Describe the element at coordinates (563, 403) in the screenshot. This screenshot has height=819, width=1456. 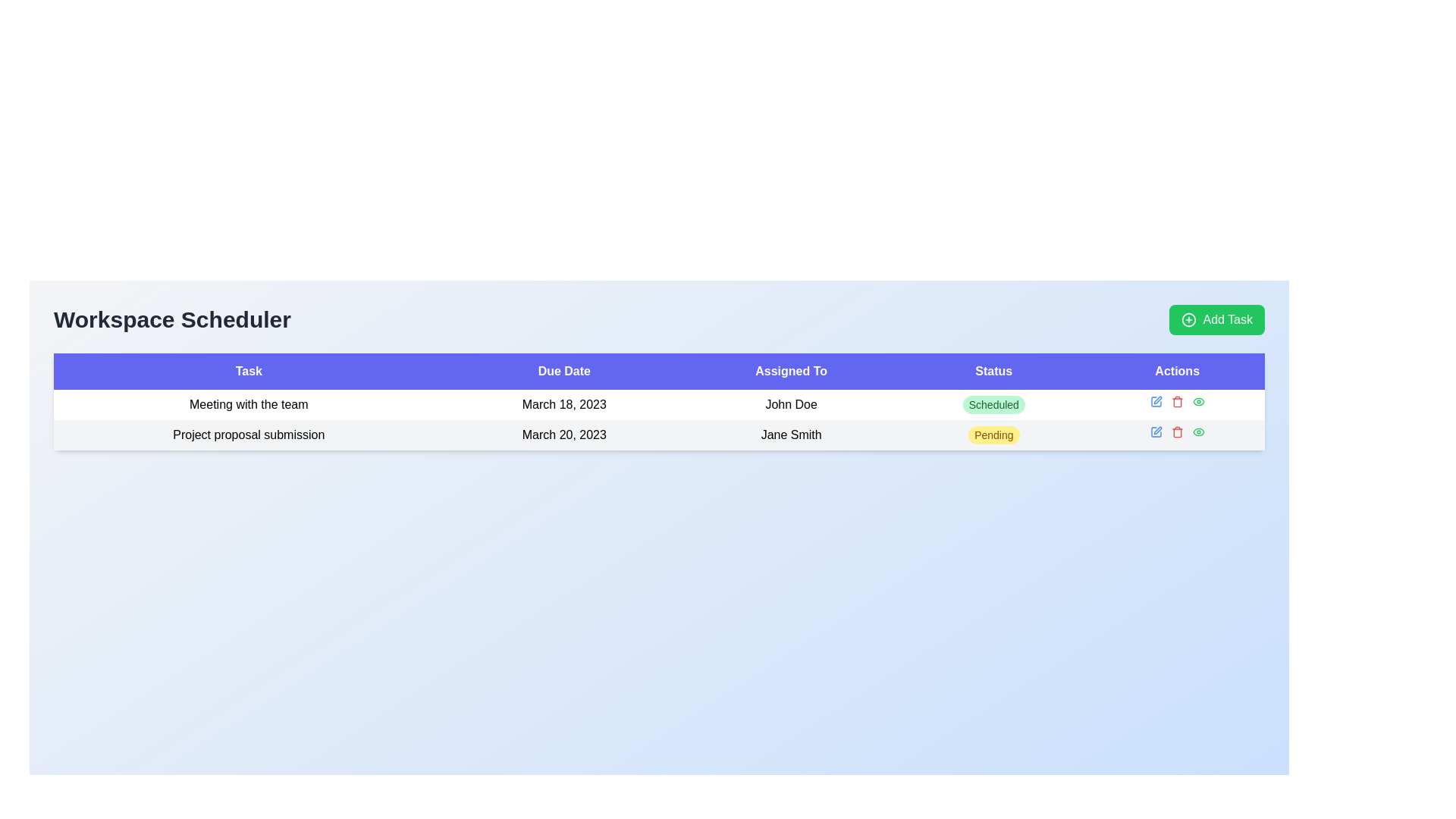
I see `the Text display element showing 'March 18, 2023' in the 'Due Date' column of the table` at that location.